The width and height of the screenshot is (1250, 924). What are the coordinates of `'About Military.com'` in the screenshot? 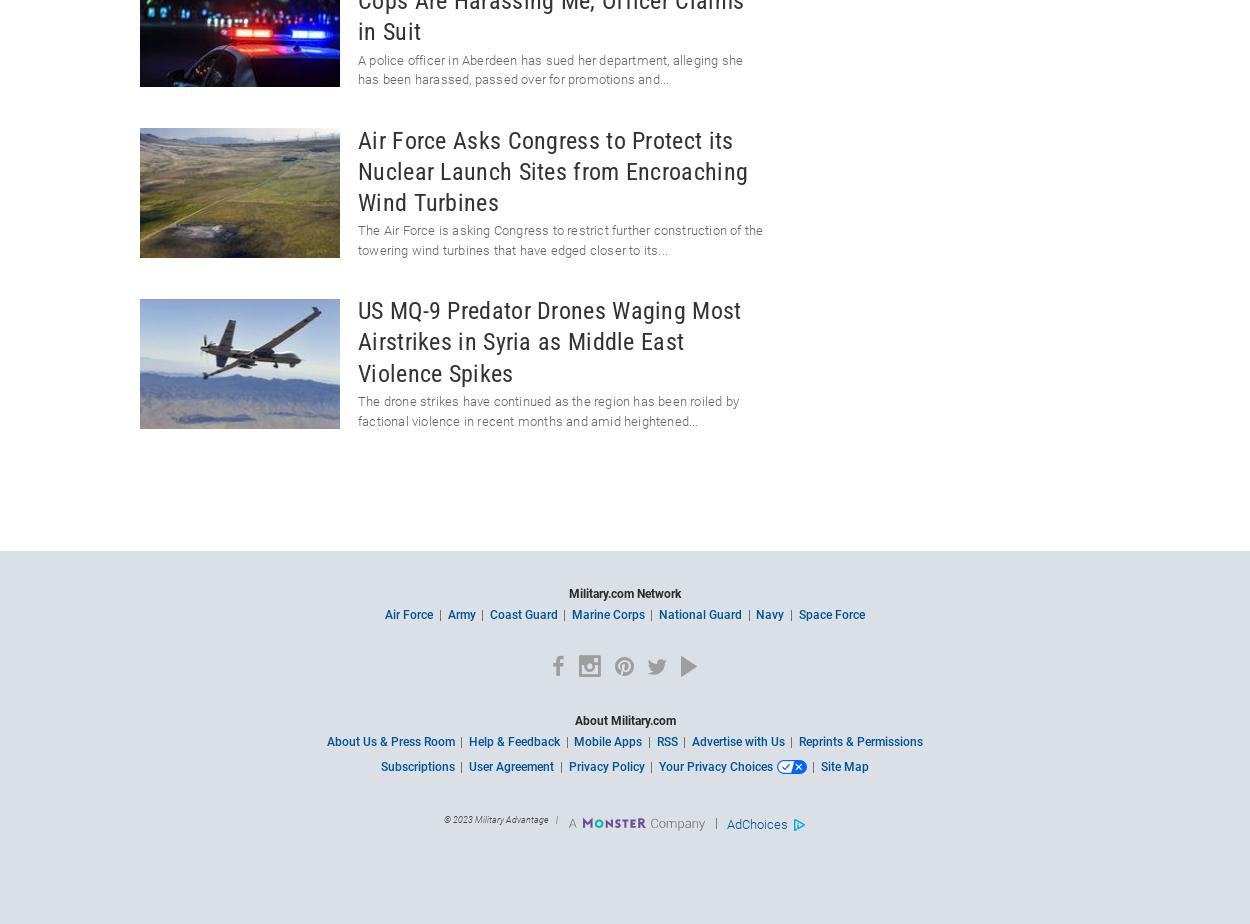 It's located at (623, 719).